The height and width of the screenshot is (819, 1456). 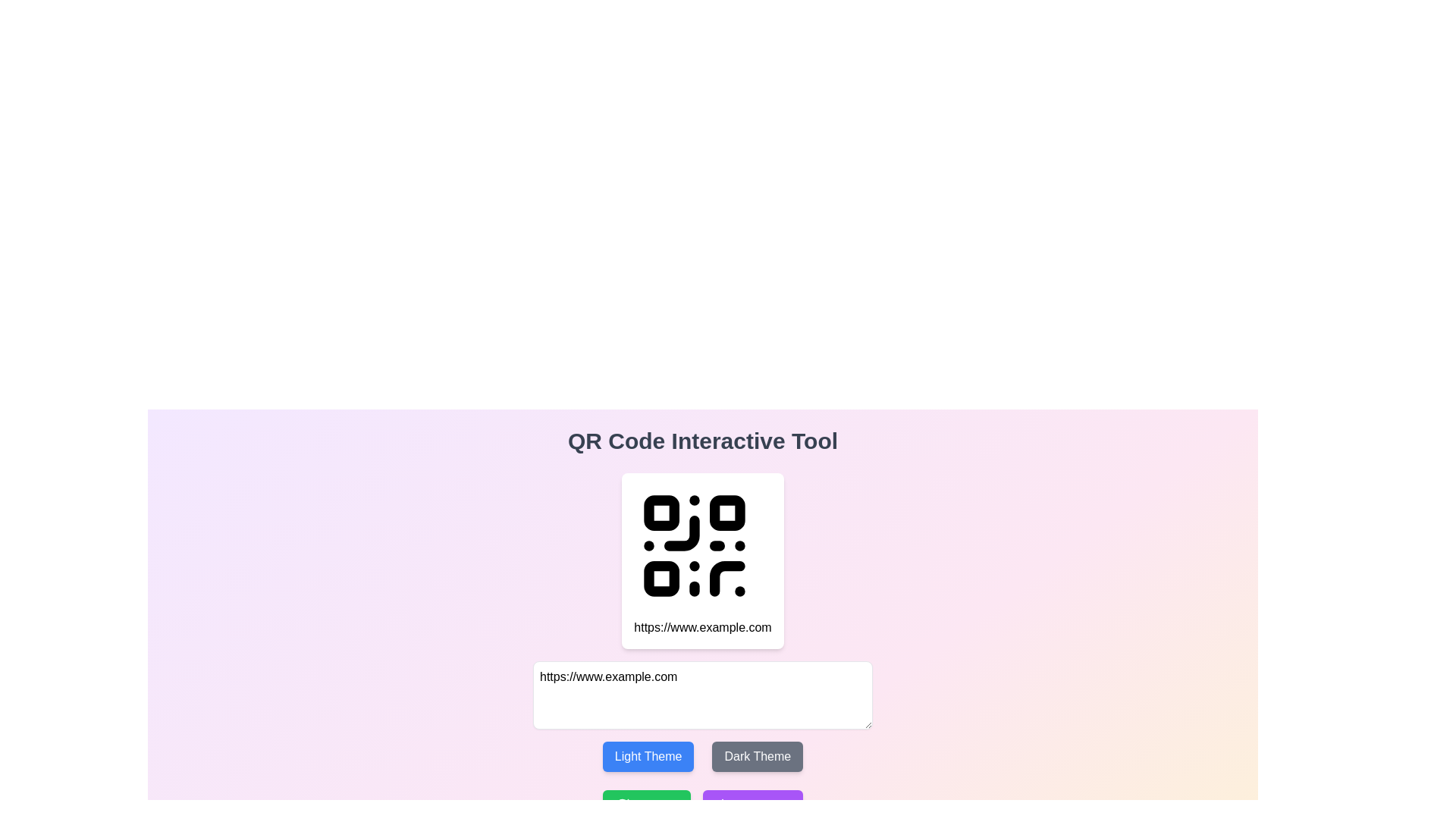 What do you see at coordinates (758, 757) in the screenshot?
I see `the 'Dark Theme' button, which is a rectangular button with bold white text on a dark gray background` at bounding box center [758, 757].